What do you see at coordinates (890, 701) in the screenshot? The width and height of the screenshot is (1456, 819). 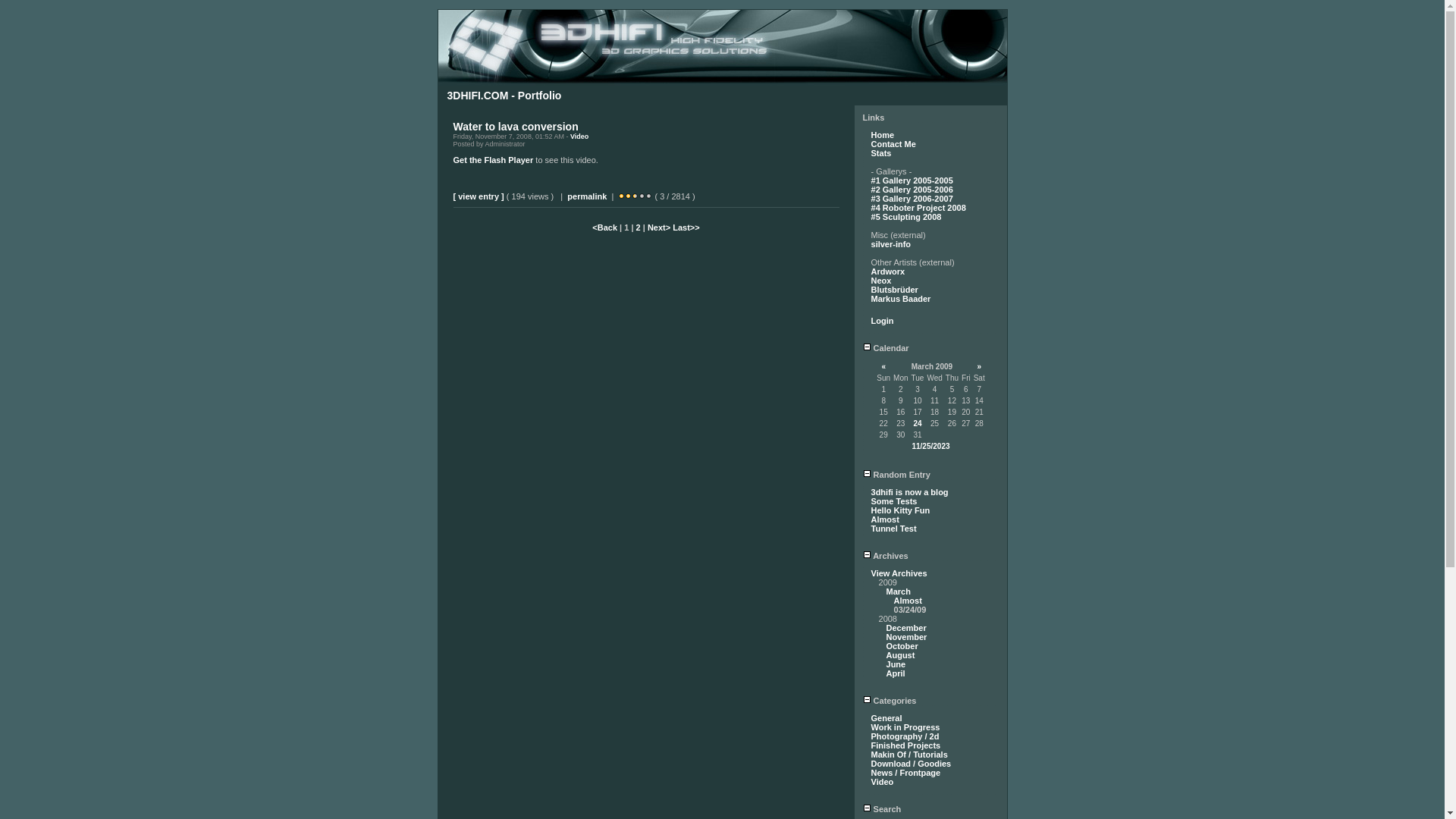 I see `'Categories'` at bounding box center [890, 701].